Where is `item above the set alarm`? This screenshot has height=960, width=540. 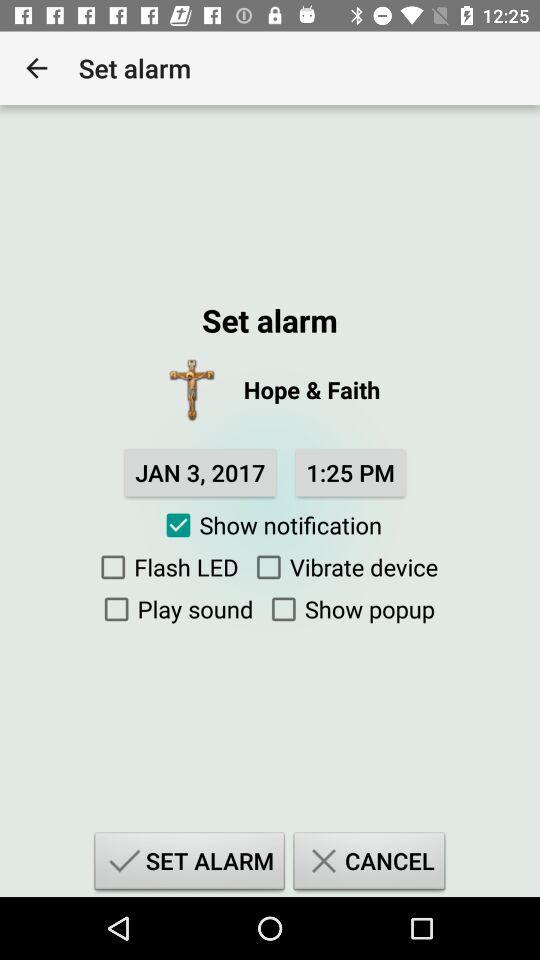 item above the set alarm is located at coordinates (347, 608).